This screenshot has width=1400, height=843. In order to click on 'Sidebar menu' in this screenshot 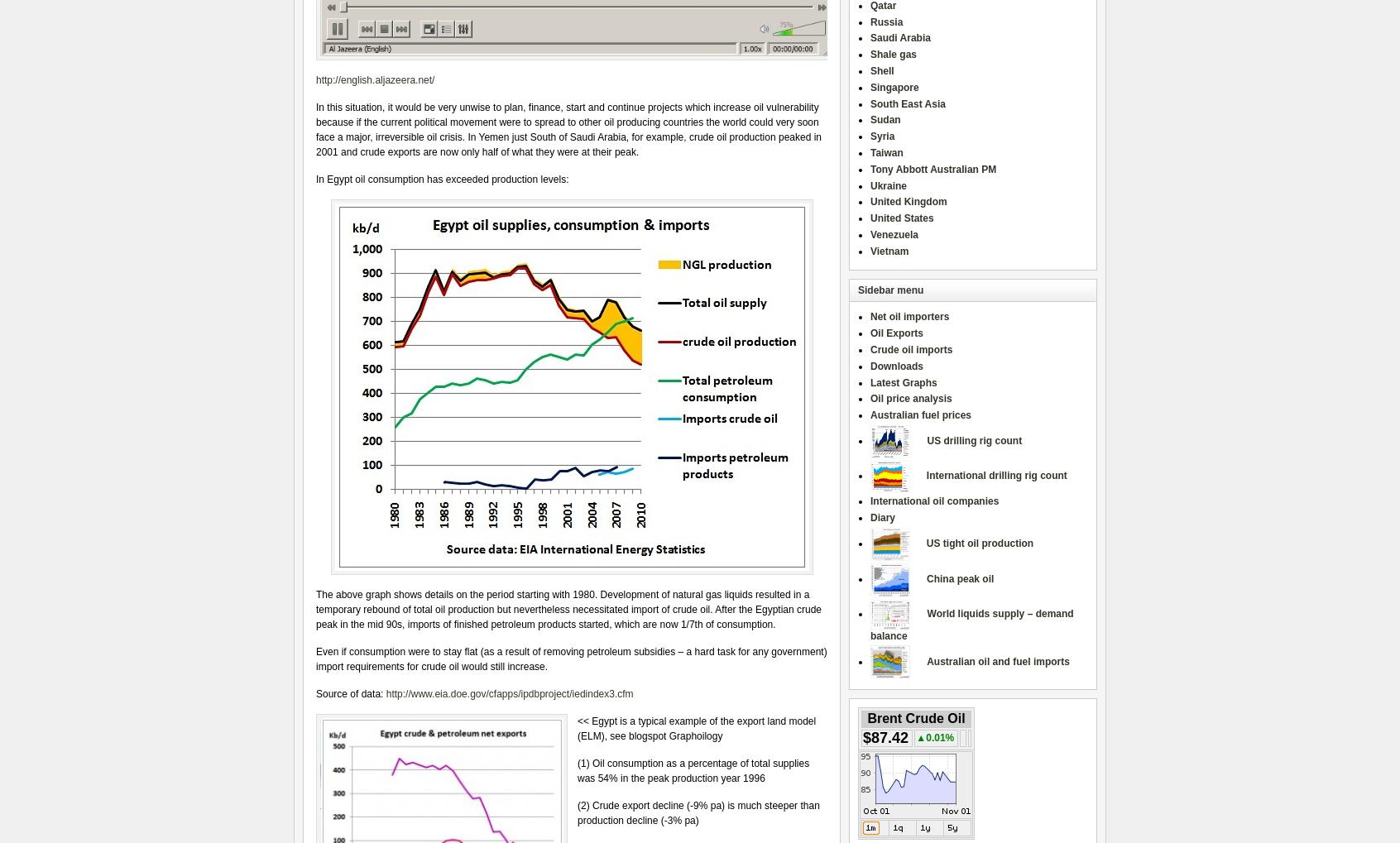, I will do `click(890, 290)`.